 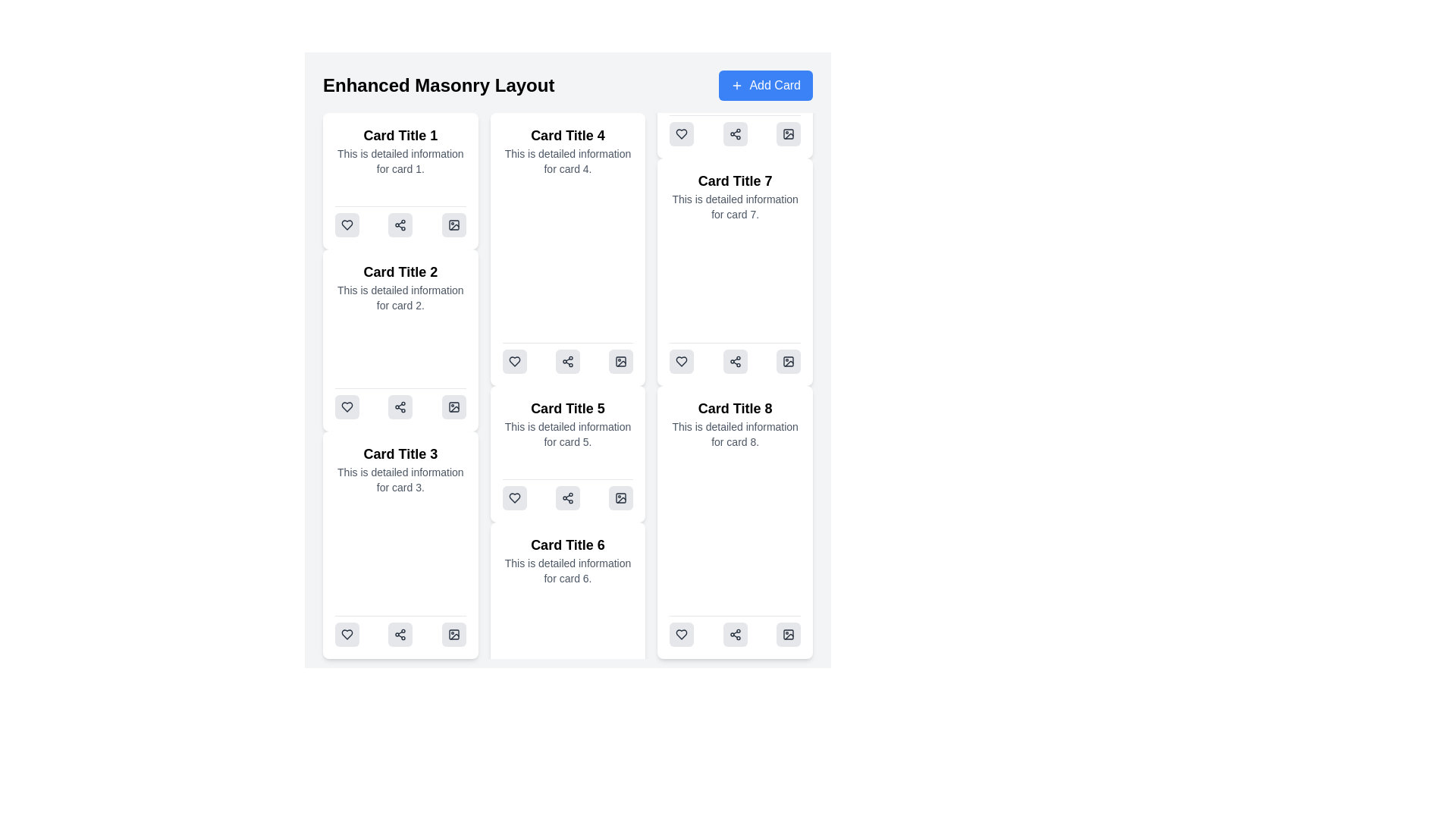 I want to click on the heart-shaped icon located at the bottom of 'Card Title 4' to like or mark as favorite, so click(x=514, y=362).